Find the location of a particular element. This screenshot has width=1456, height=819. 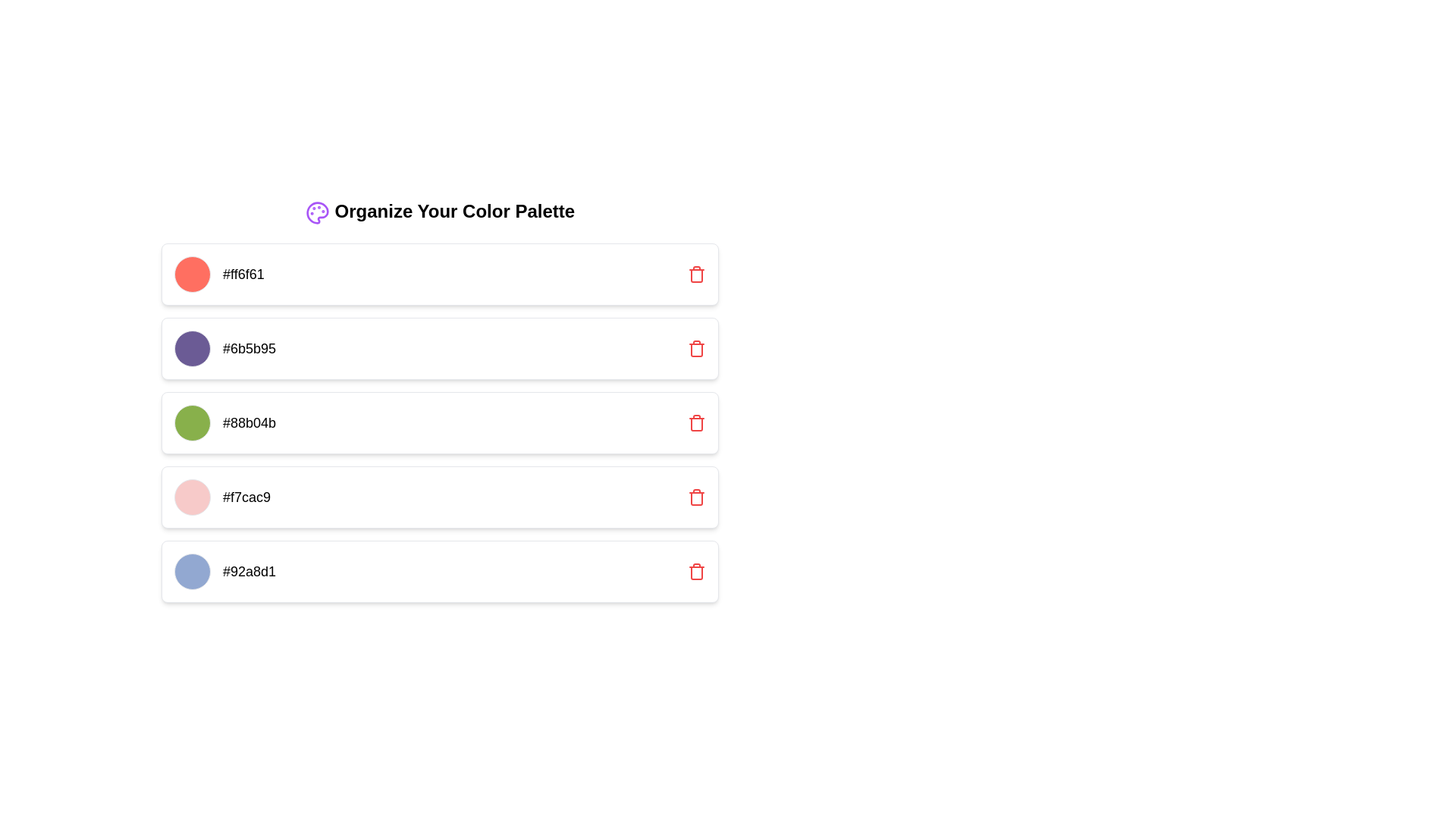

the delete button associated with the color swatch '#92a8d1' is located at coordinates (695, 570).